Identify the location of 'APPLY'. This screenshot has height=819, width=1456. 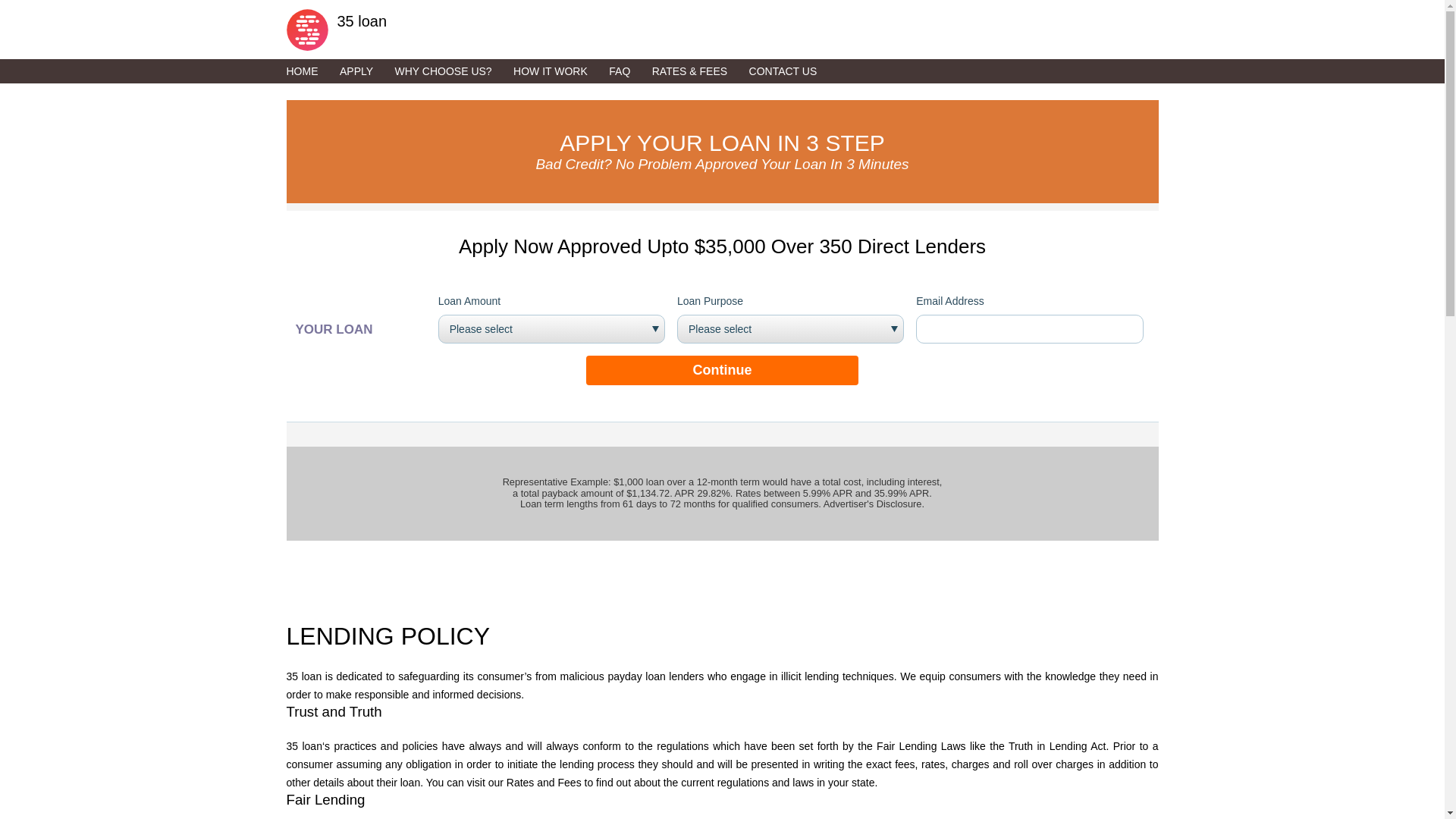
(365, 71).